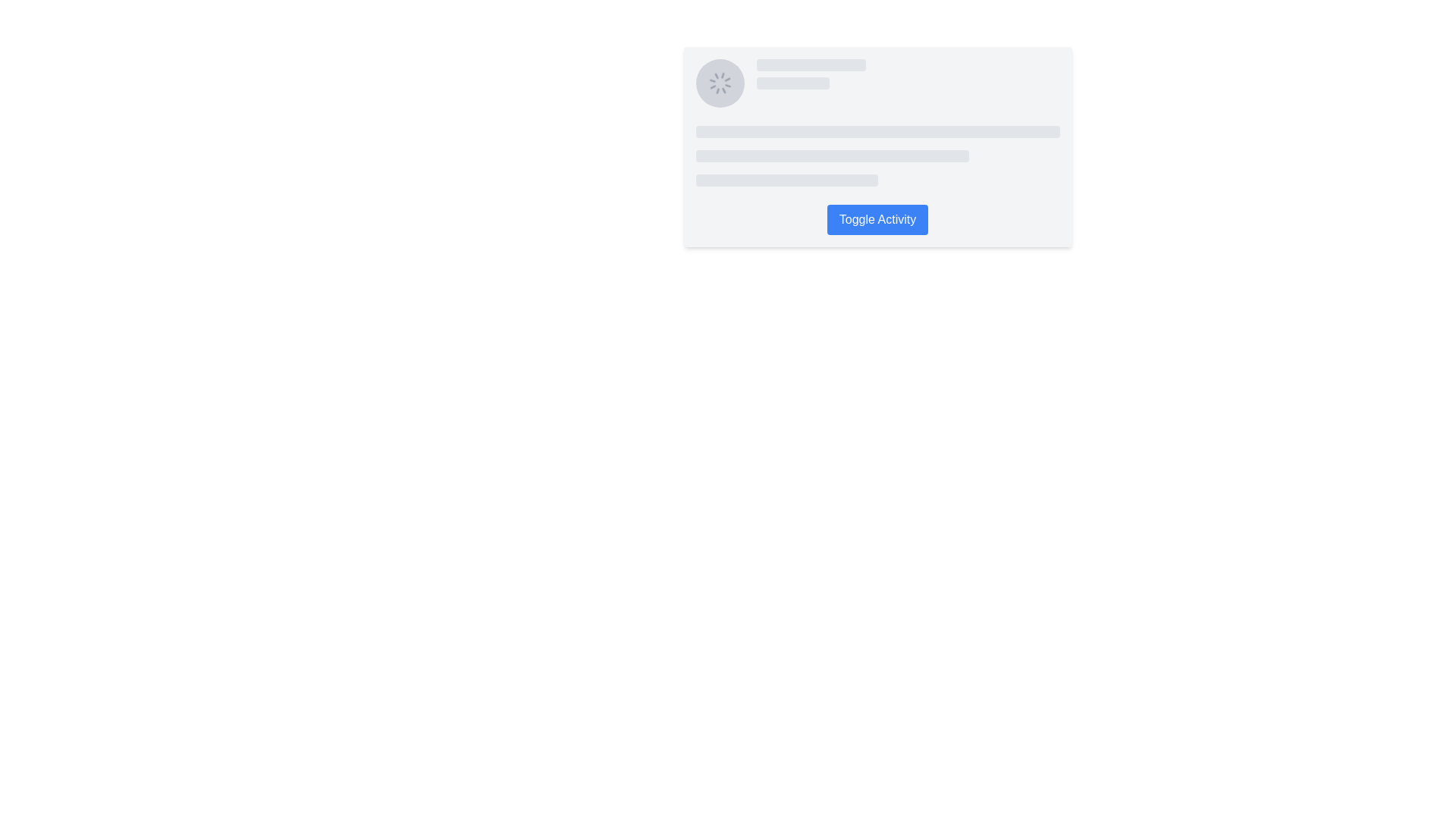 The width and height of the screenshot is (1456, 819). What do you see at coordinates (719, 83) in the screenshot?
I see `the loading animation represented by the circular spinner located at the top-left corner of the card-like component` at bounding box center [719, 83].